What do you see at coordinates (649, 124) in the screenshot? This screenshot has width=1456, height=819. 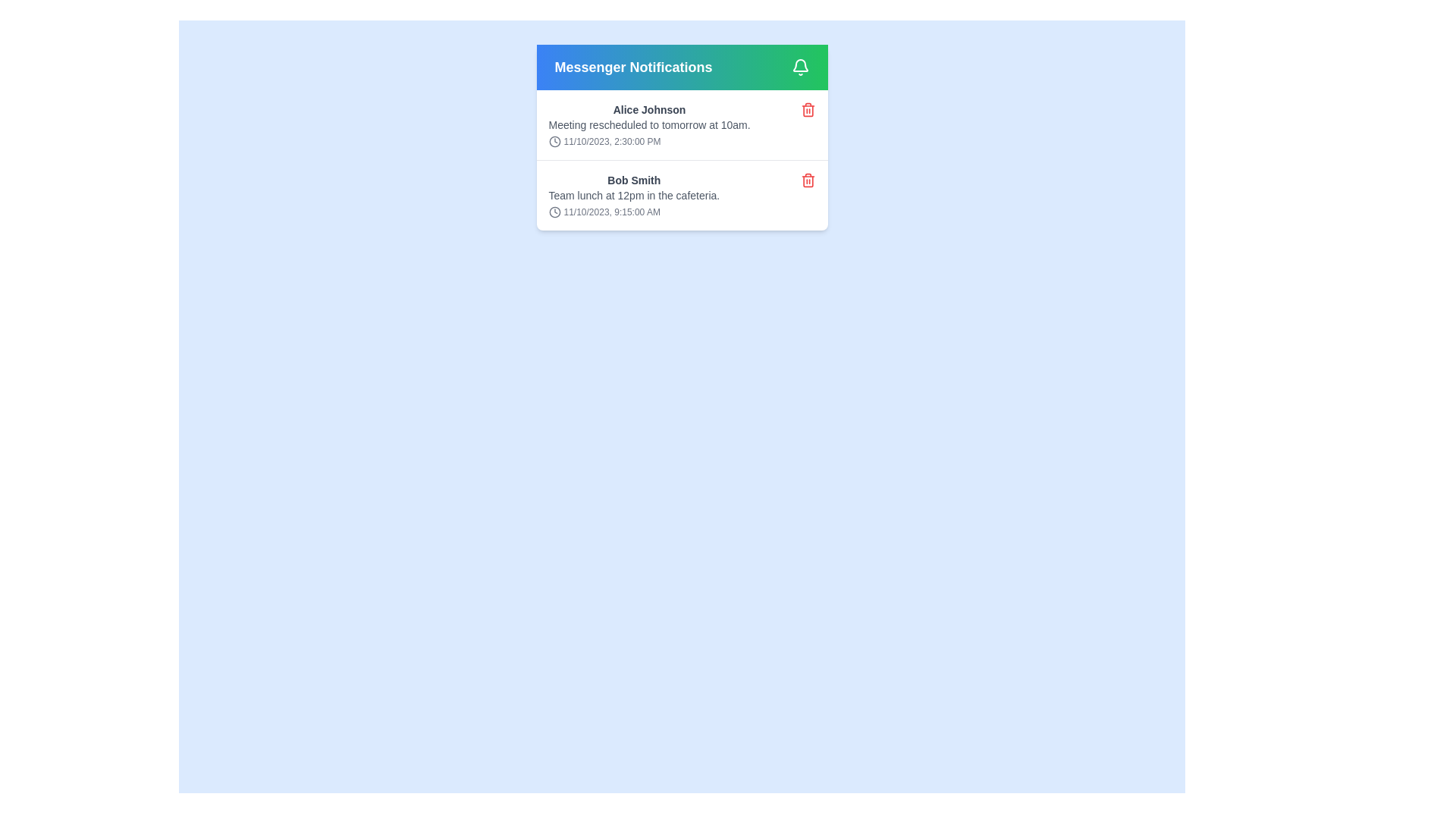 I see `text displayed in the notification card that says 'Meeting rescheduled to tomorrow at 10am.'` at bounding box center [649, 124].